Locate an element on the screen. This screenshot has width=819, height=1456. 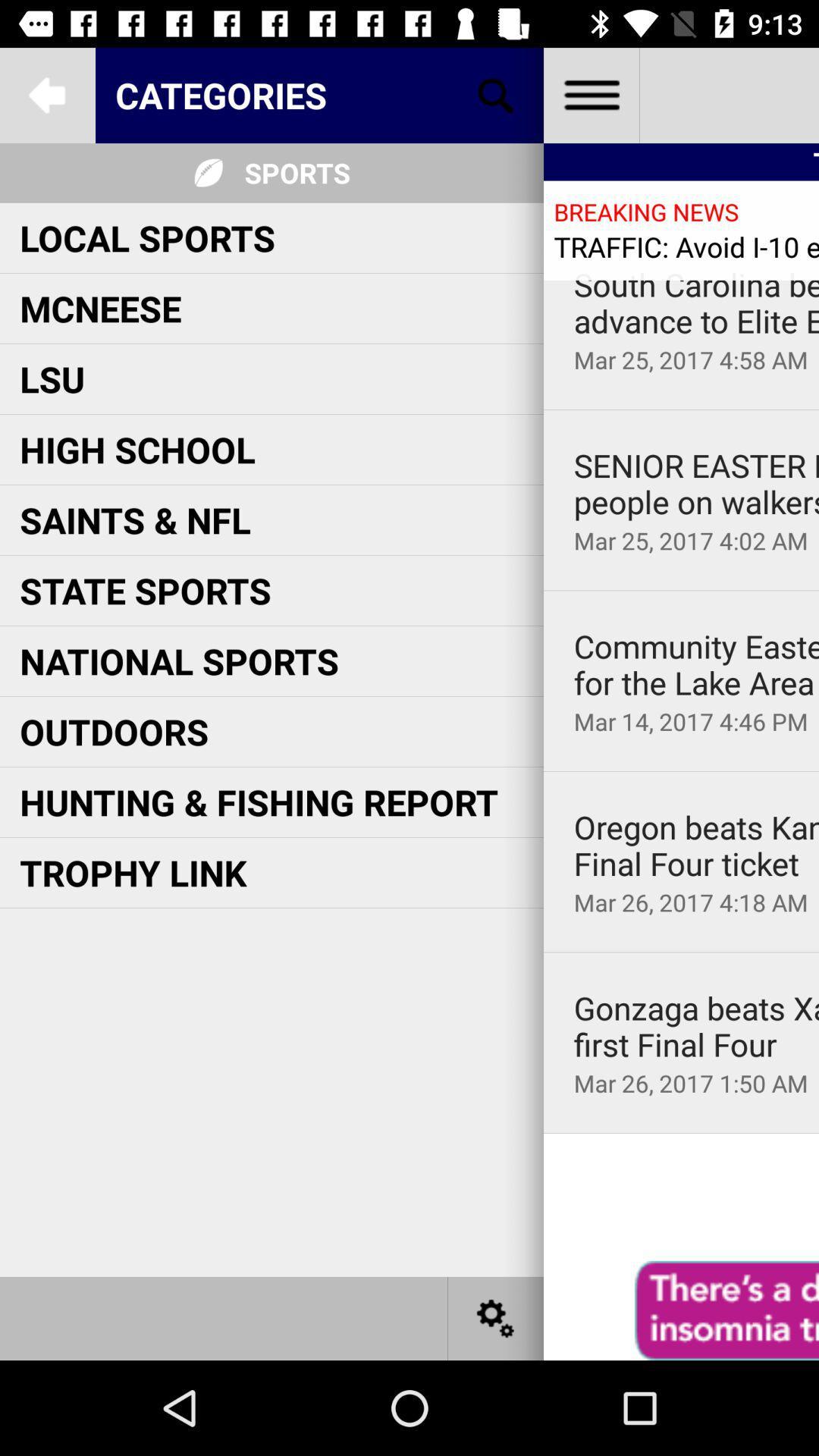
the arrow_backward icon is located at coordinates (46, 94).